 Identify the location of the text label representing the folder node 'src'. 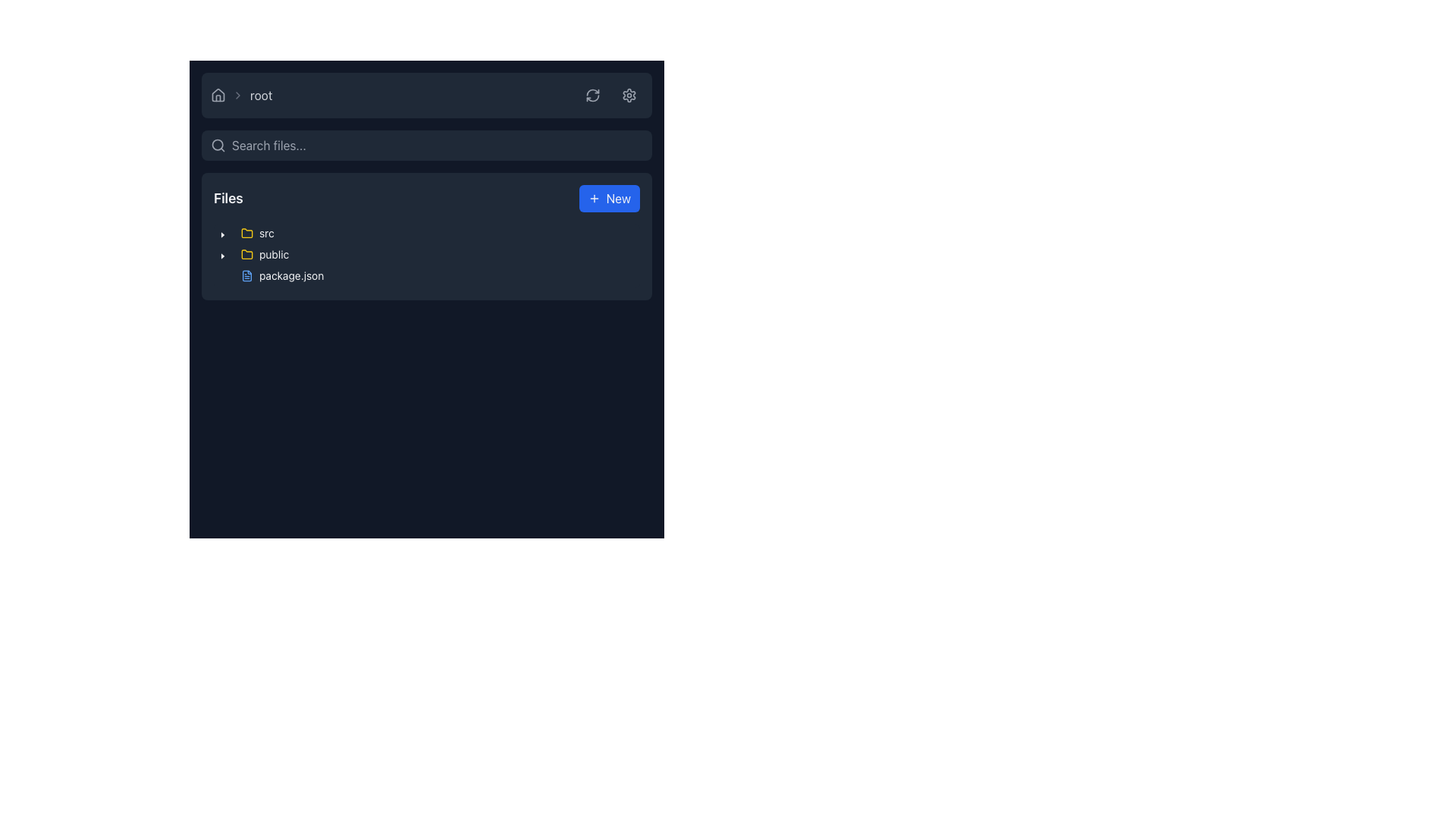
(257, 234).